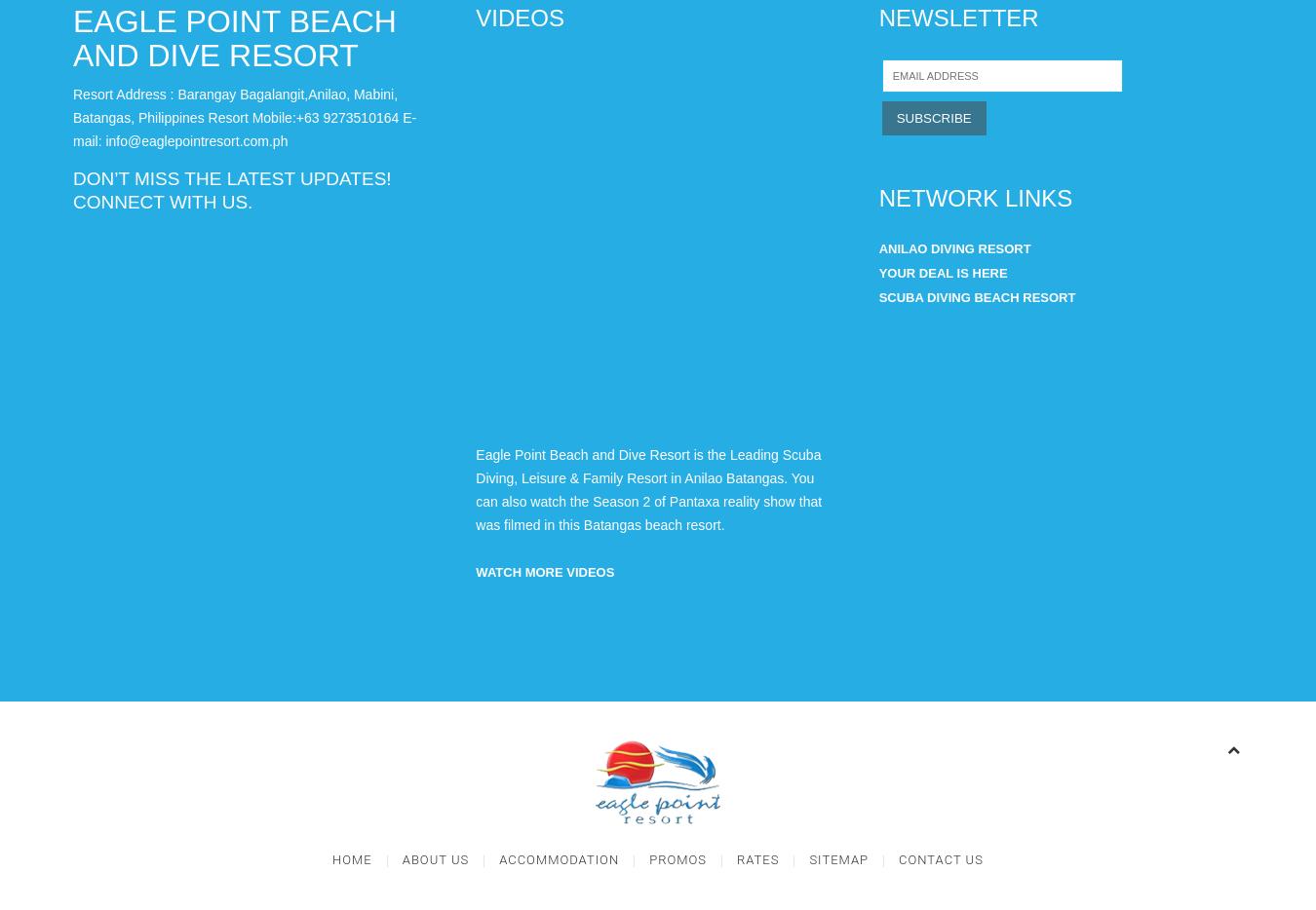 The image size is (1316, 910). What do you see at coordinates (475, 571) in the screenshot?
I see `'WATCH MORE VIDEOS'` at bounding box center [475, 571].